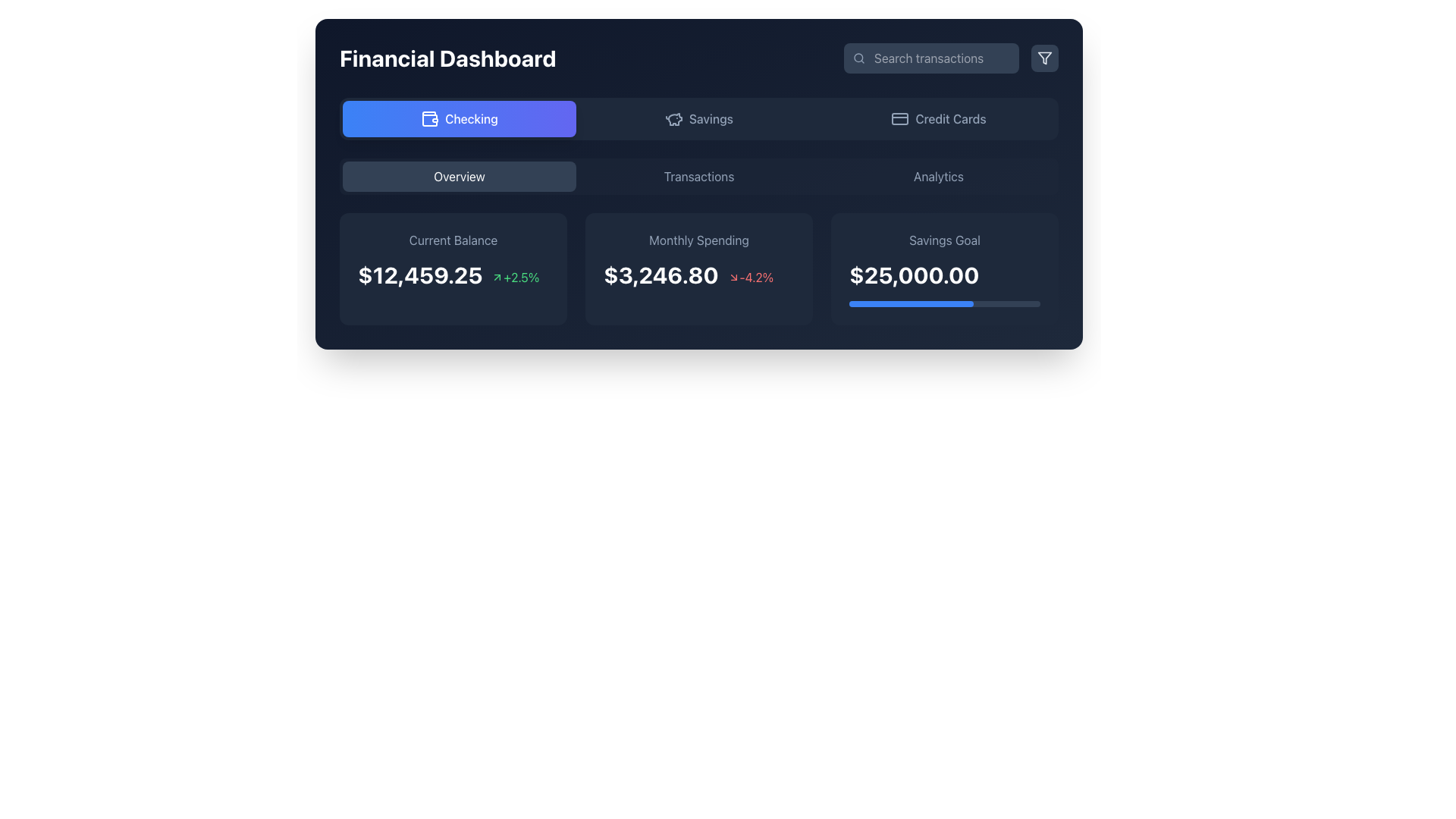  What do you see at coordinates (698, 275) in the screenshot?
I see `monetary value and percentage decrease displayed in the second panel of the 'Monthly Spending' section, which shows '$3,246.80' and '-4.2%' with a downward arrow icon` at bounding box center [698, 275].